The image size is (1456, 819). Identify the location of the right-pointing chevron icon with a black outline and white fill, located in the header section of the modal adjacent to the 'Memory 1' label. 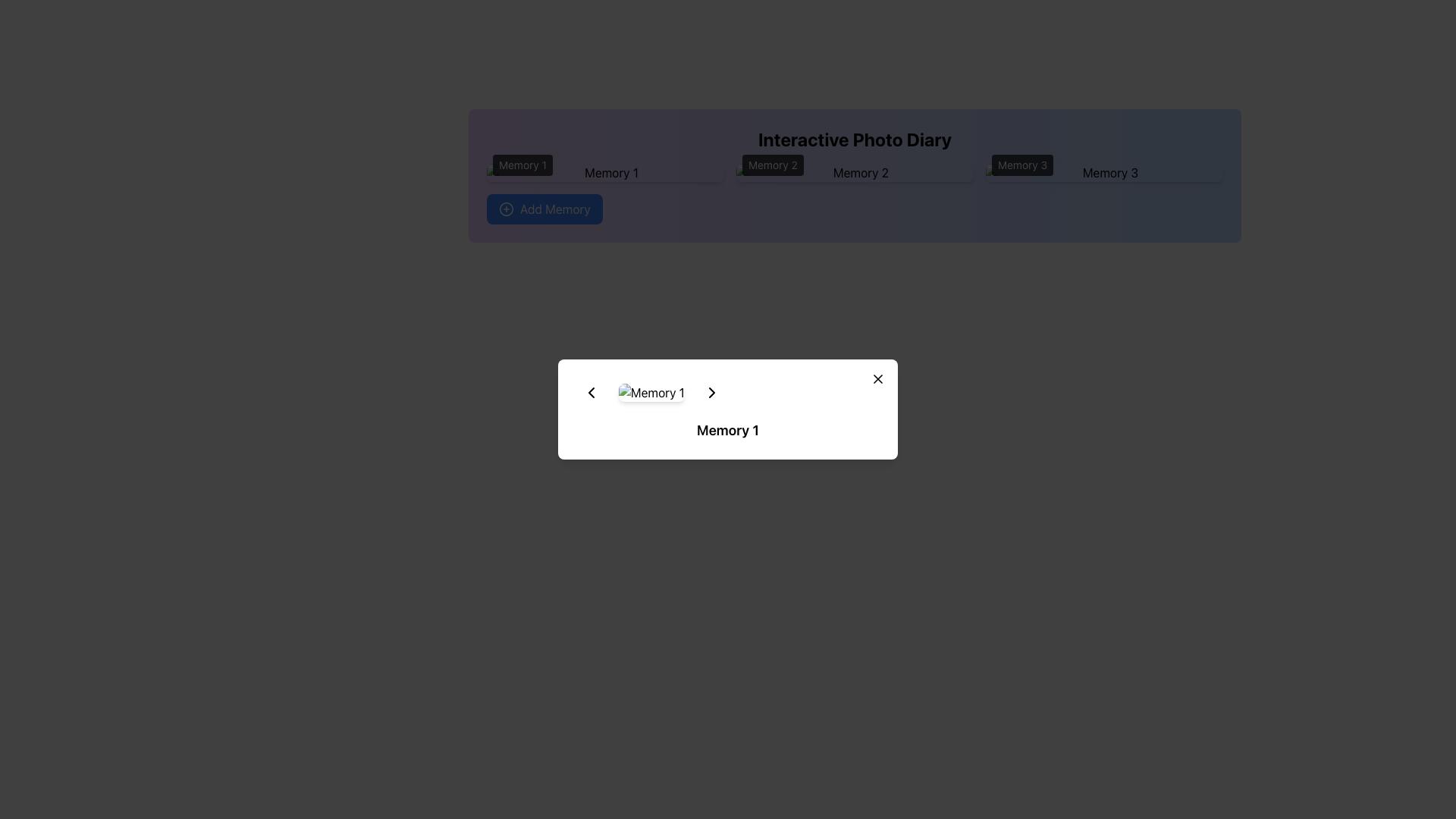
(711, 391).